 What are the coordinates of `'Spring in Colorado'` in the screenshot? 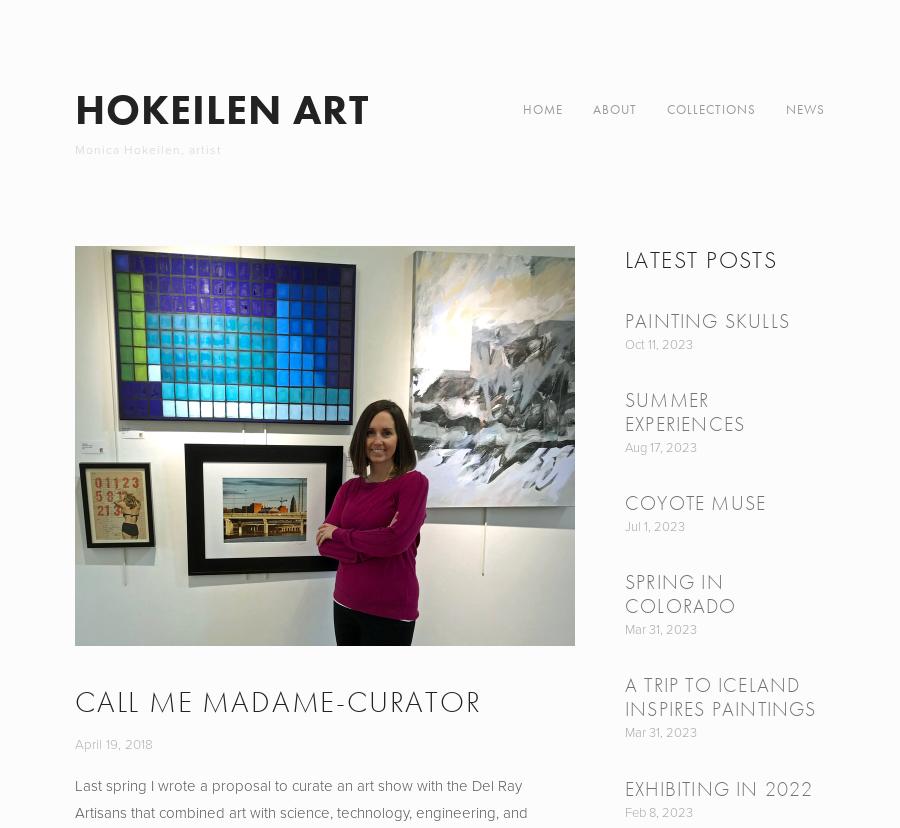 It's located at (679, 593).